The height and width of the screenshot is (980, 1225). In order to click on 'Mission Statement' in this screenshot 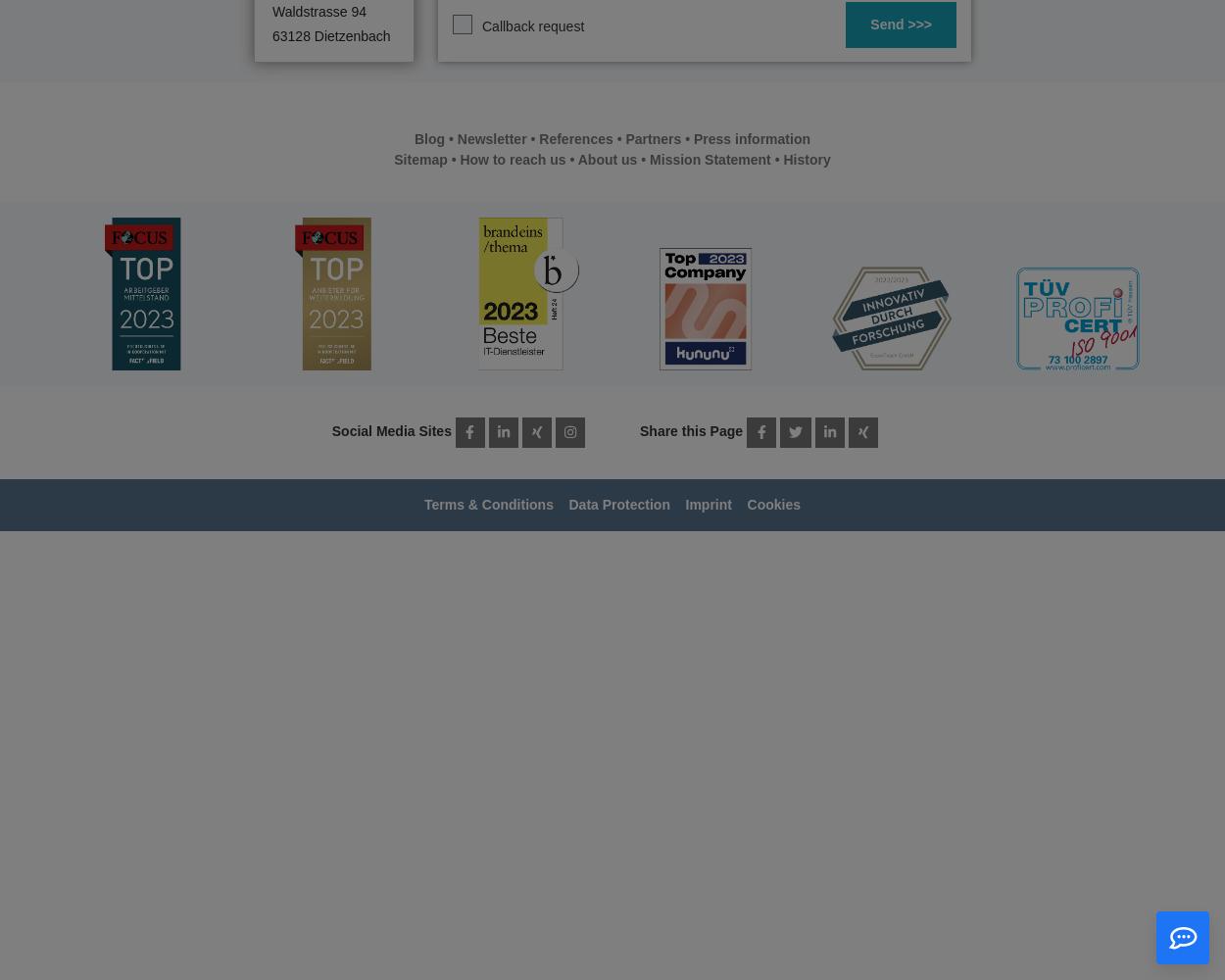, I will do `click(709, 160)`.